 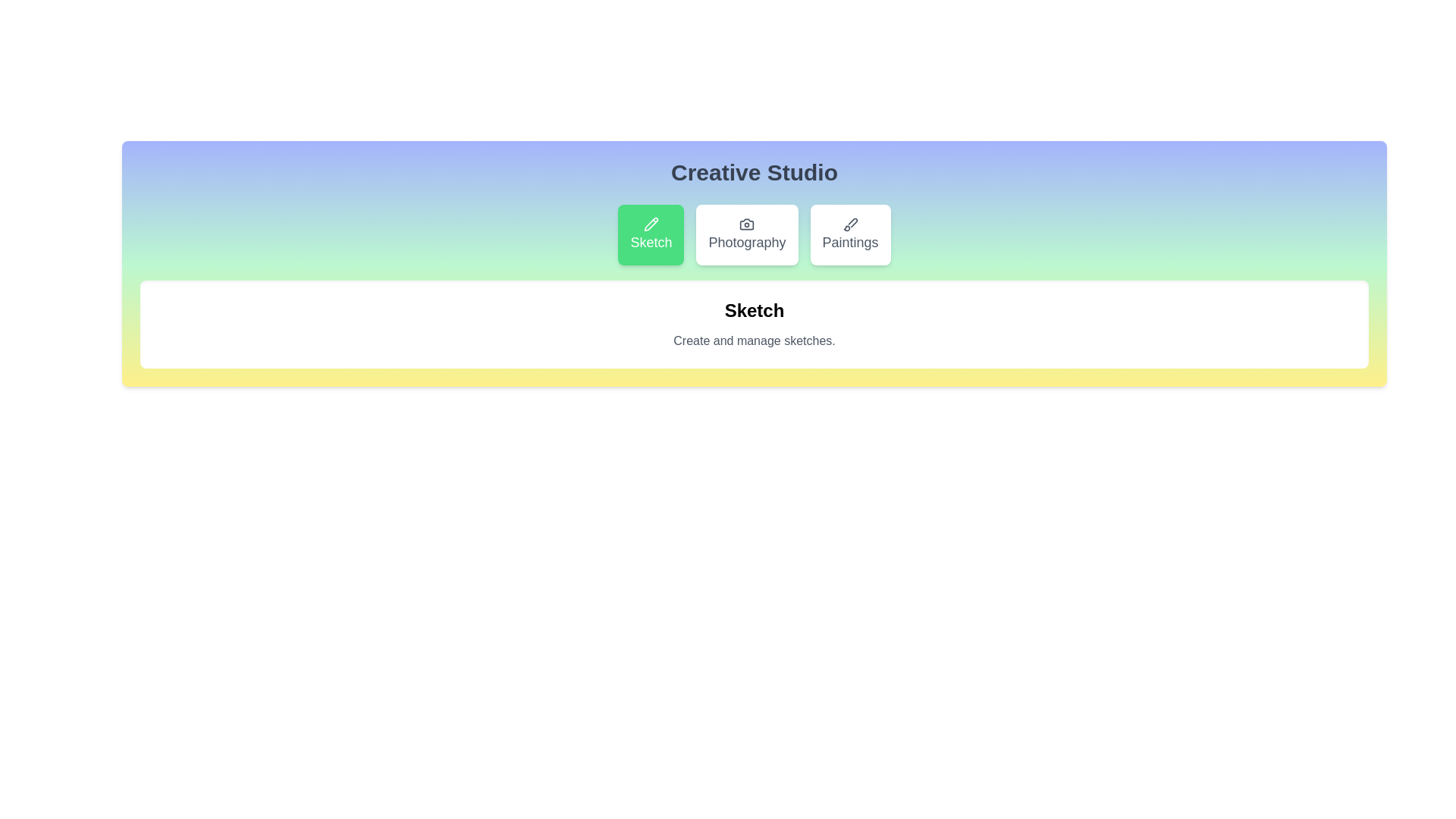 I want to click on the Sketch button to reveal its hover effect, so click(x=651, y=234).